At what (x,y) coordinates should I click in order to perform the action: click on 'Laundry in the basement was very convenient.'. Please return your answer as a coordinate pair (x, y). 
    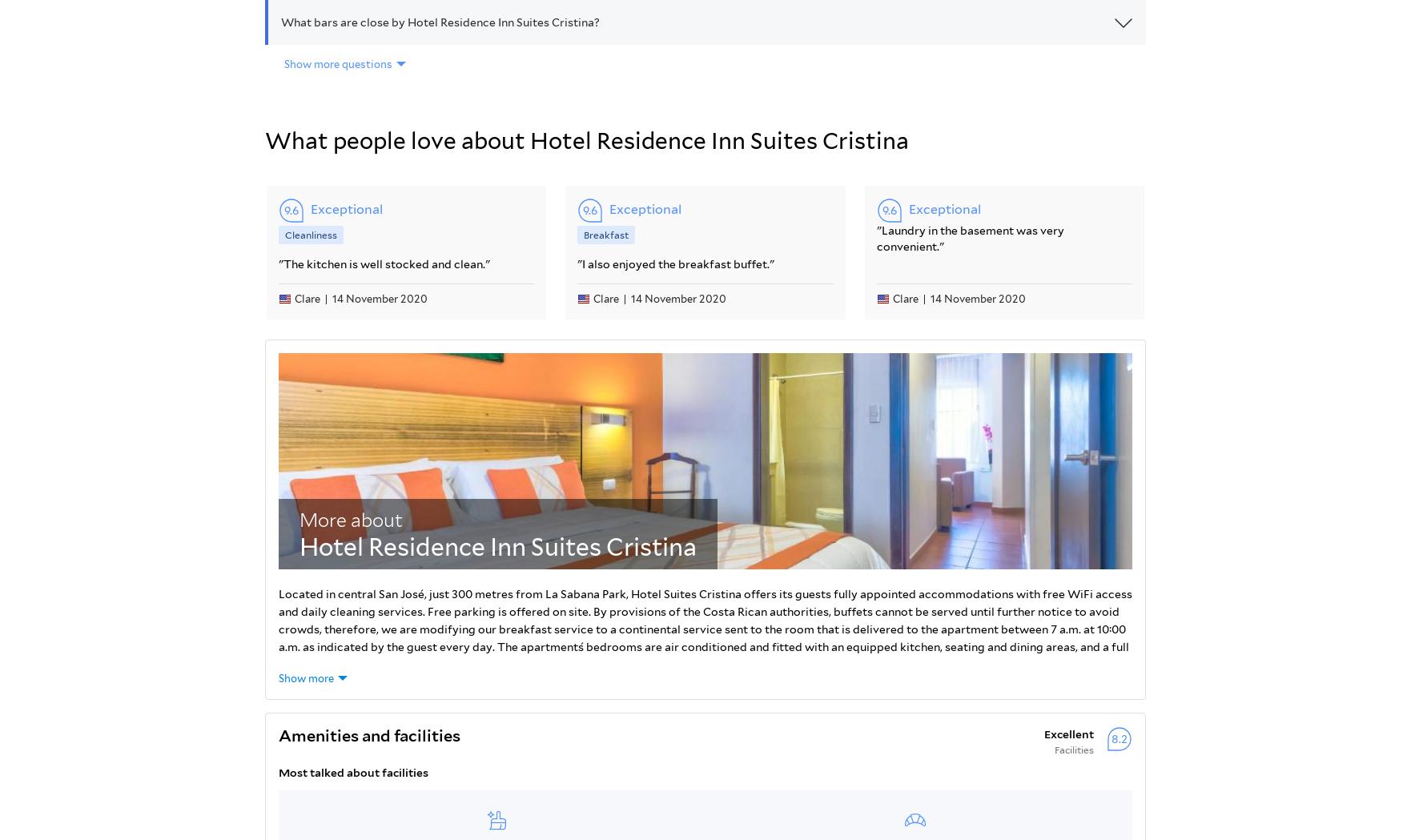
    Looking at the image, I should click on (970, 237).